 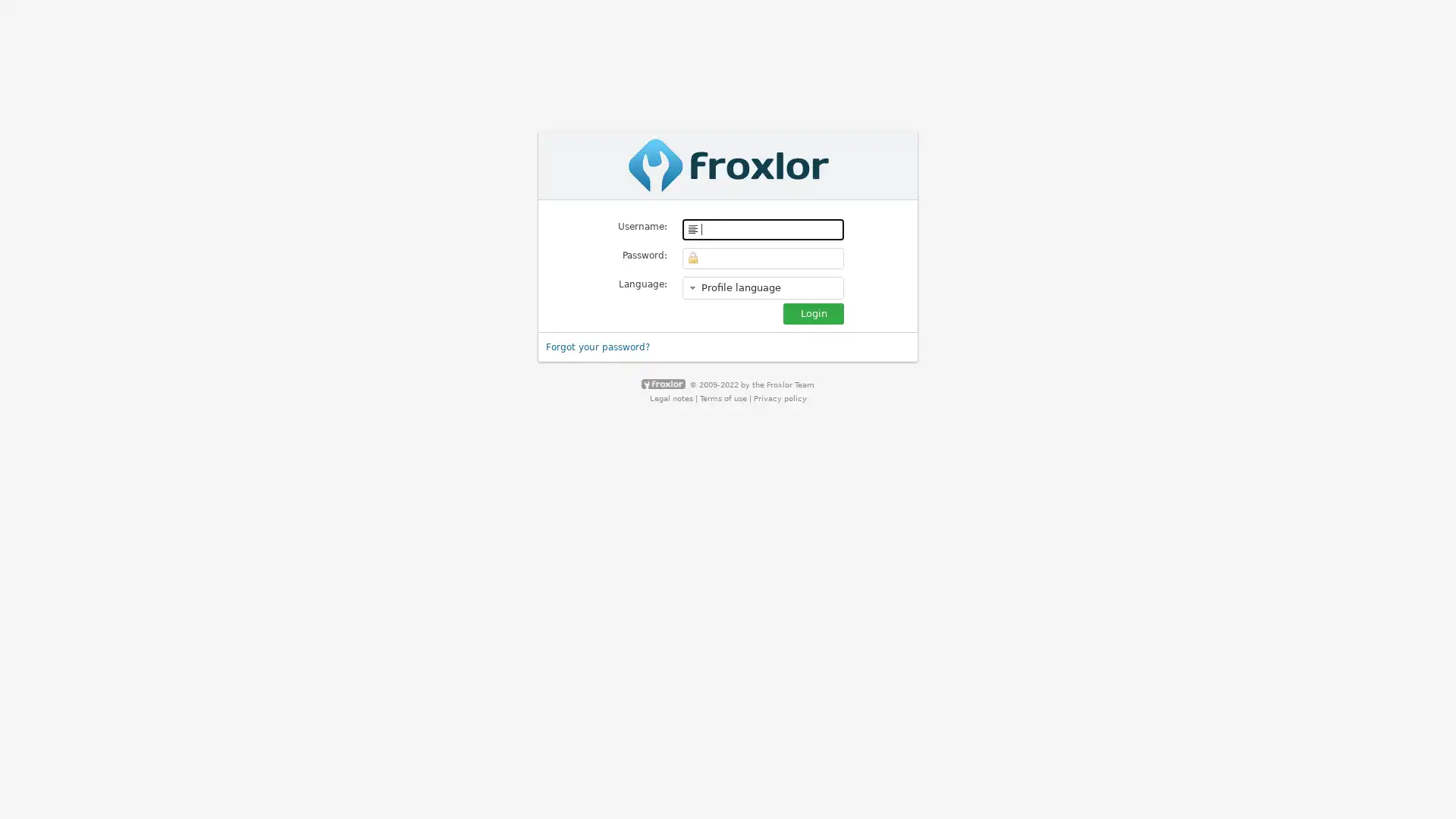 I want to click on Login, so click(x=813, y=312).